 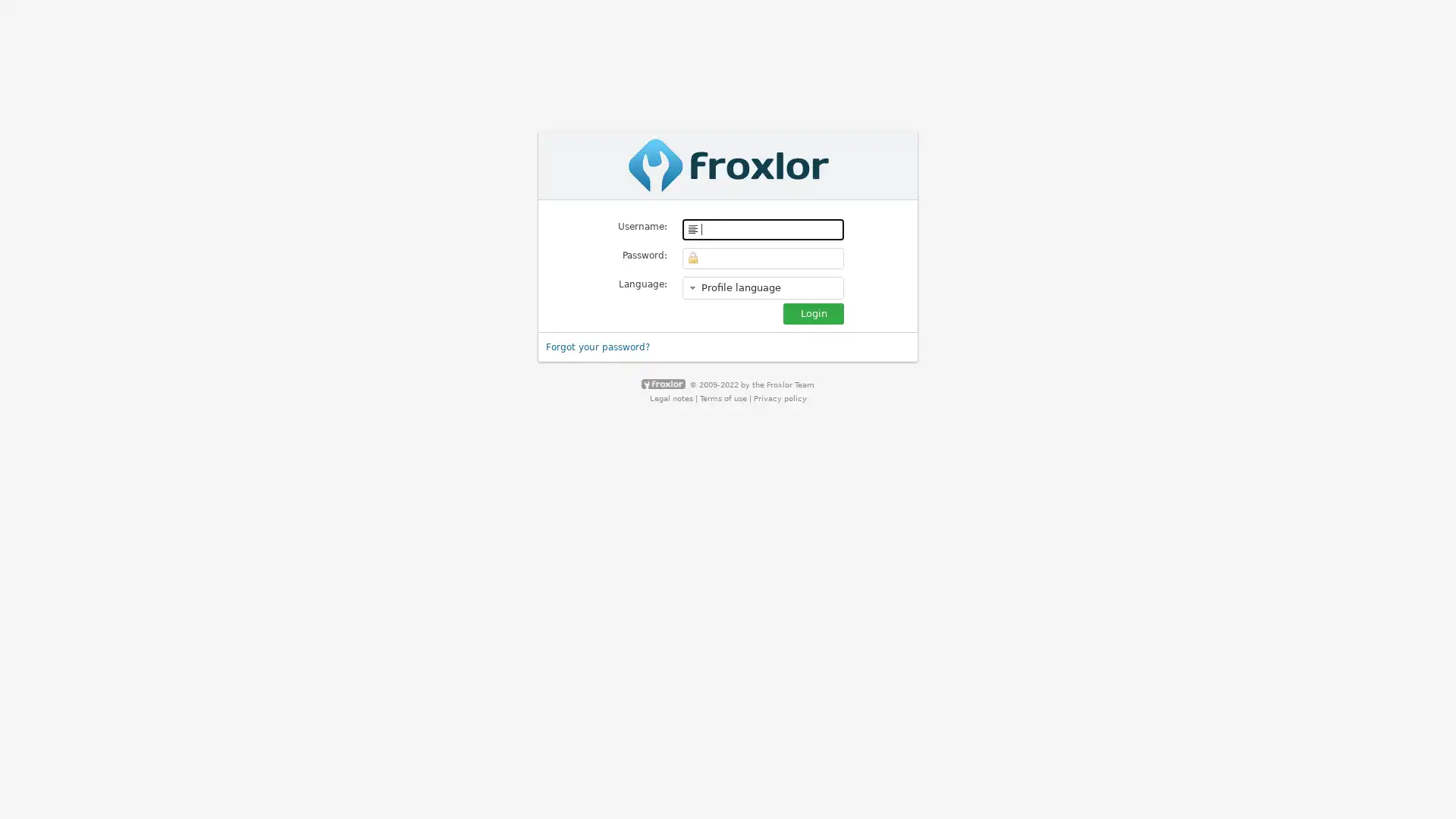 I want to click on Login, so click(x=813, y=312).